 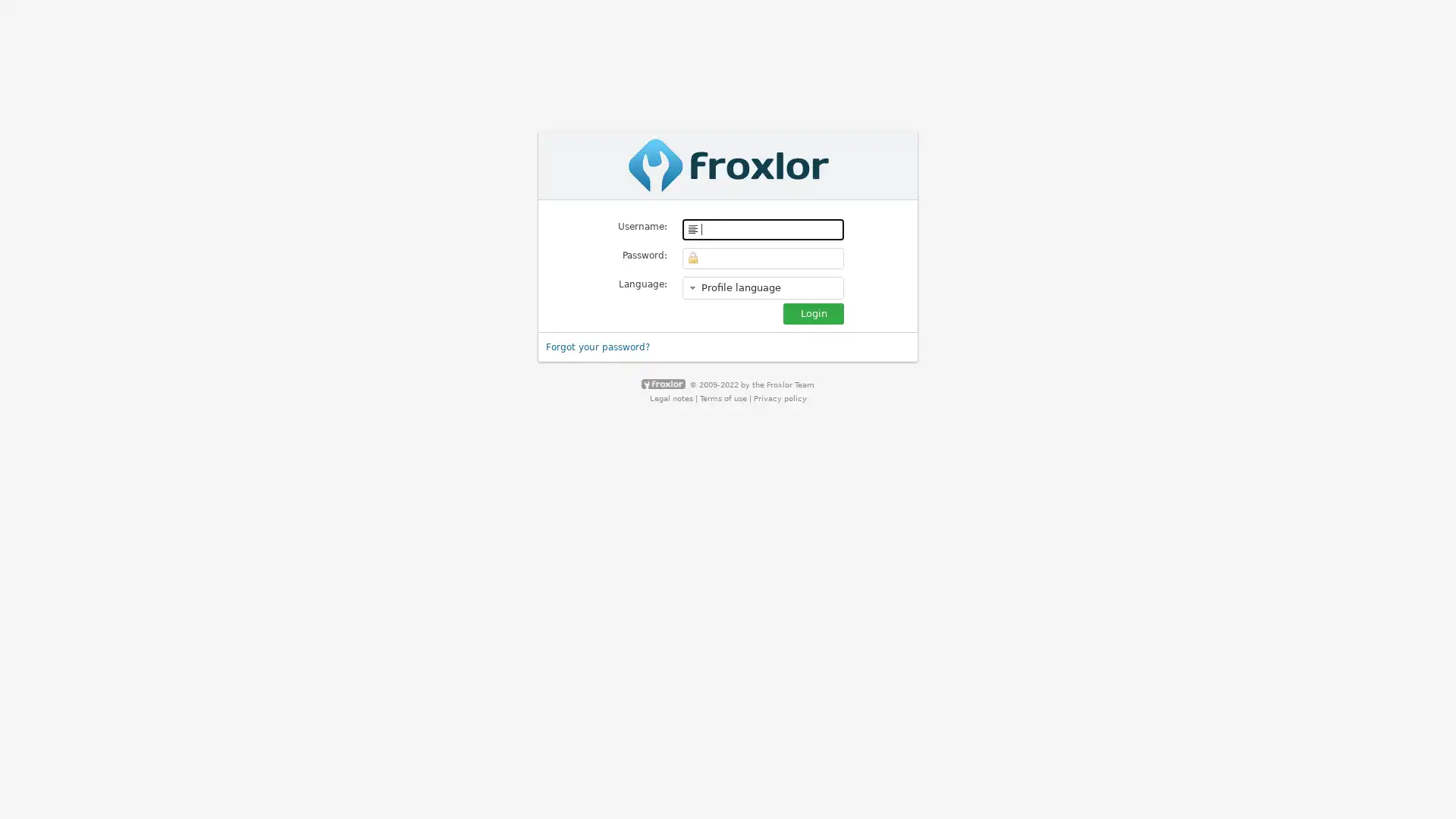 I want to click on Login, so click(x=813, y=312).